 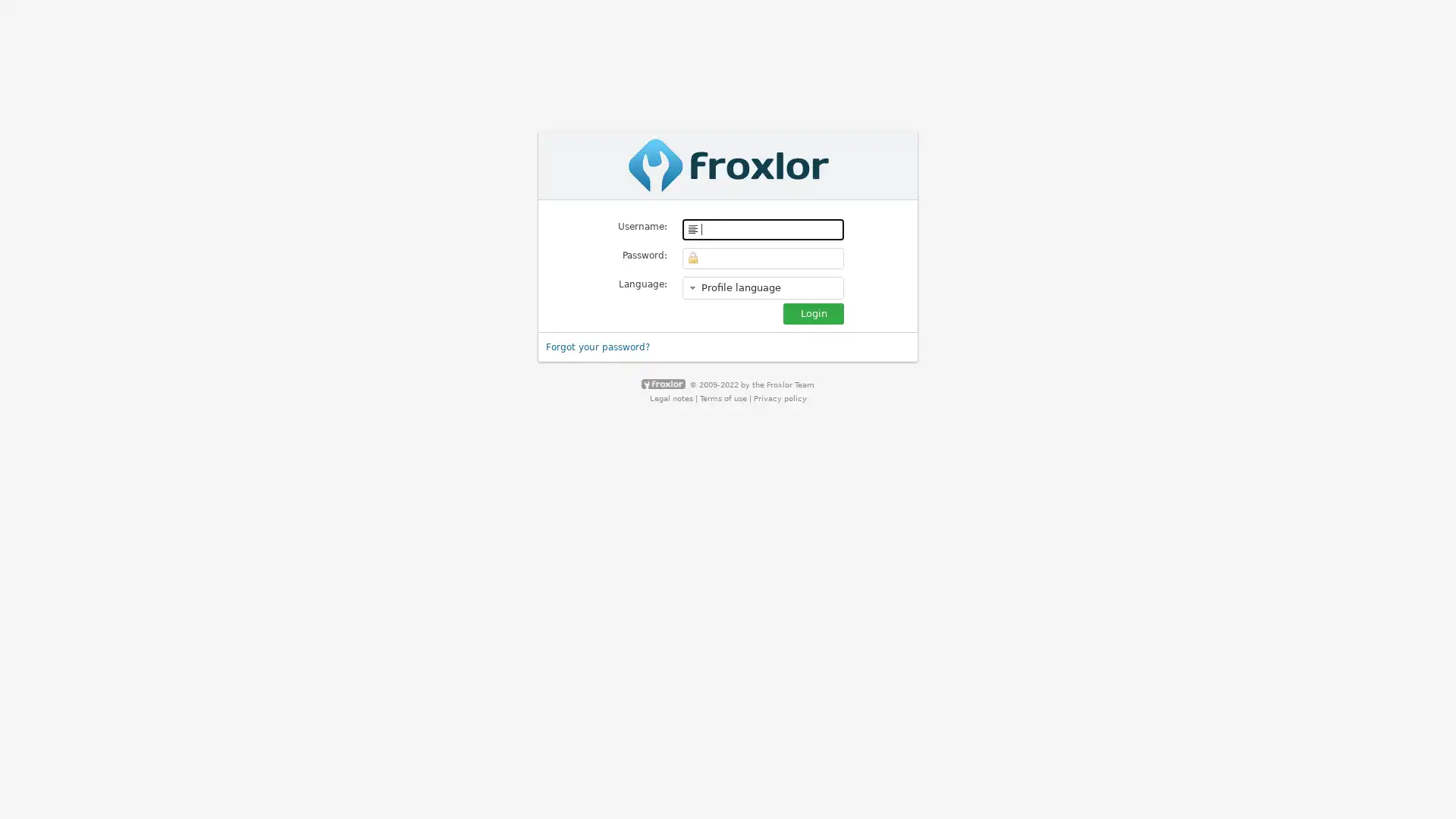 I want to click on Login, so click(x=813, y=312).